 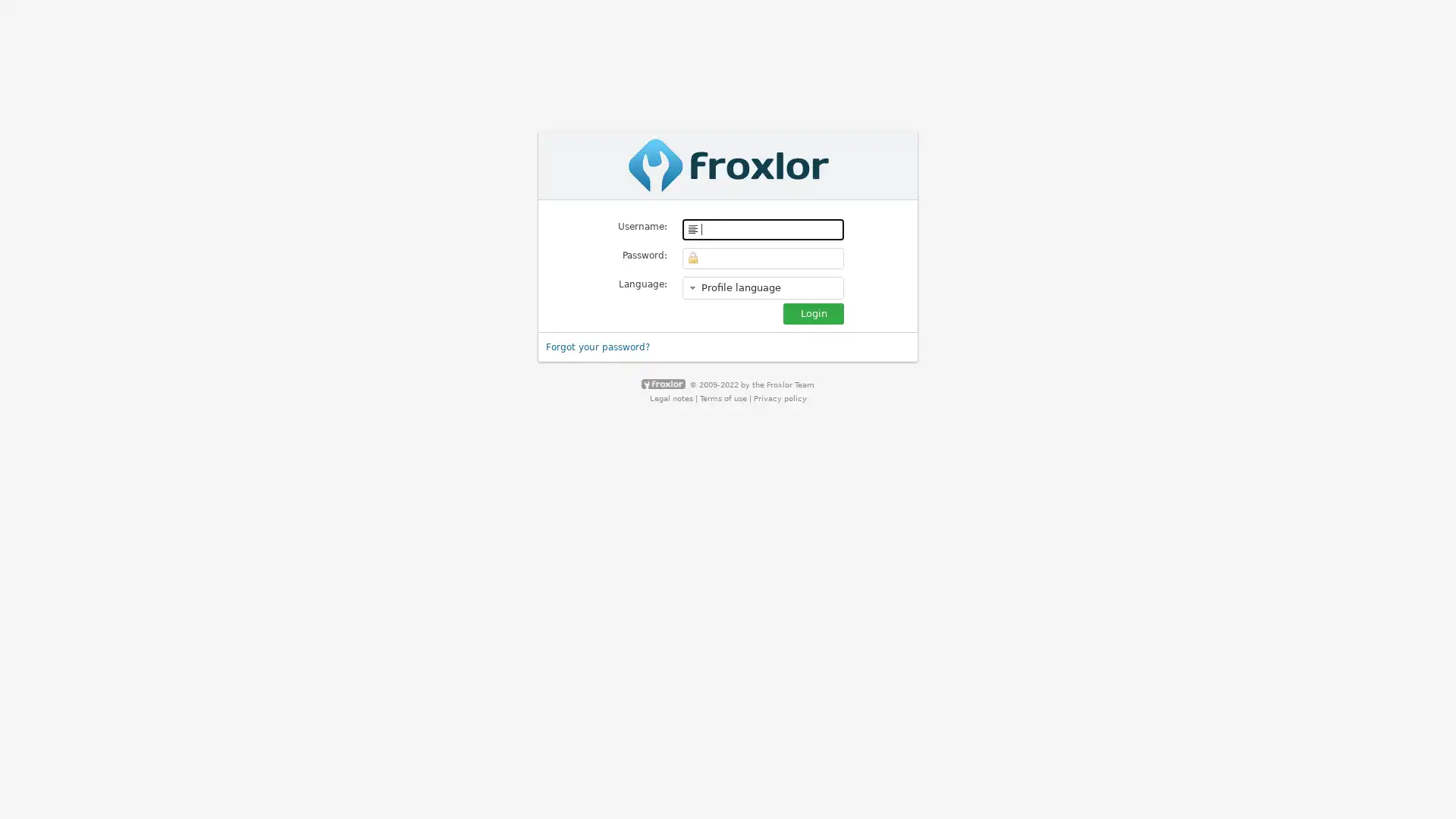 I want to click on Login, so click(x=813, y=312).